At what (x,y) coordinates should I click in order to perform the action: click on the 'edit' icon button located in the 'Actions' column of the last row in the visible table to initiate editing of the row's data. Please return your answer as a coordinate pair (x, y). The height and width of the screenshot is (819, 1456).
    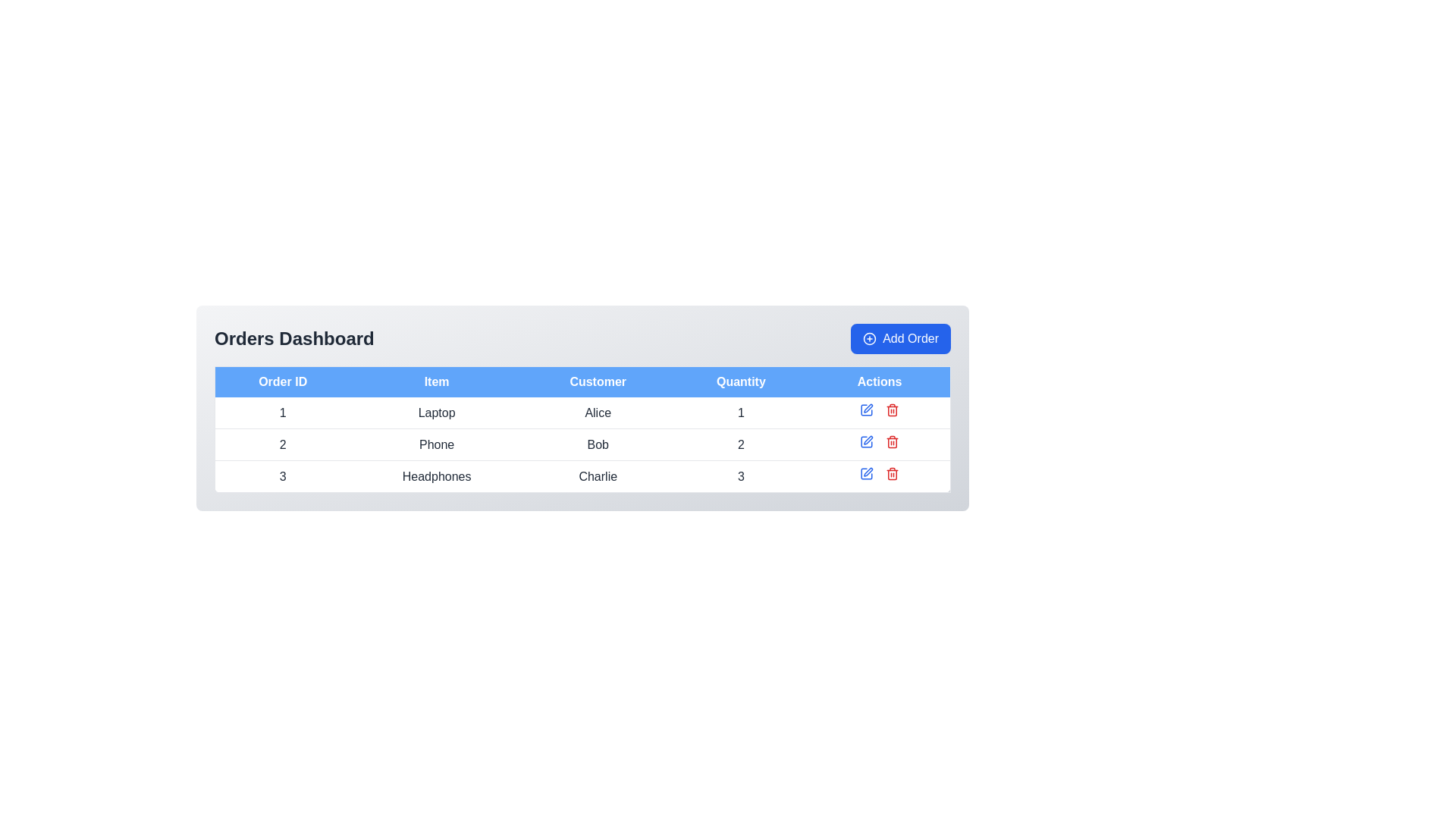
    Looking at the image, I should click on (867, 472).